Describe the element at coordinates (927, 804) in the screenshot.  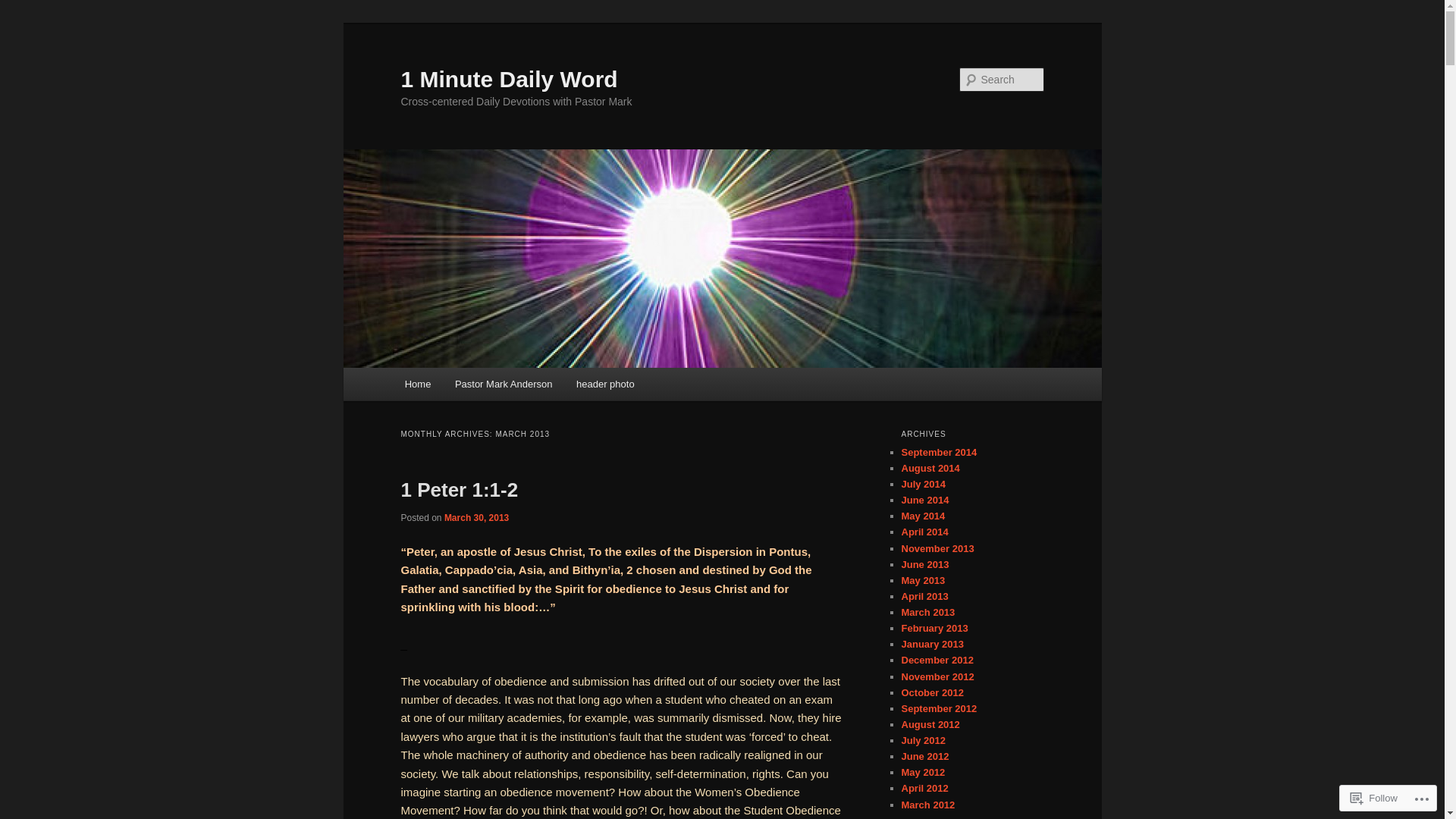
I see `'March 2012'` at that location.